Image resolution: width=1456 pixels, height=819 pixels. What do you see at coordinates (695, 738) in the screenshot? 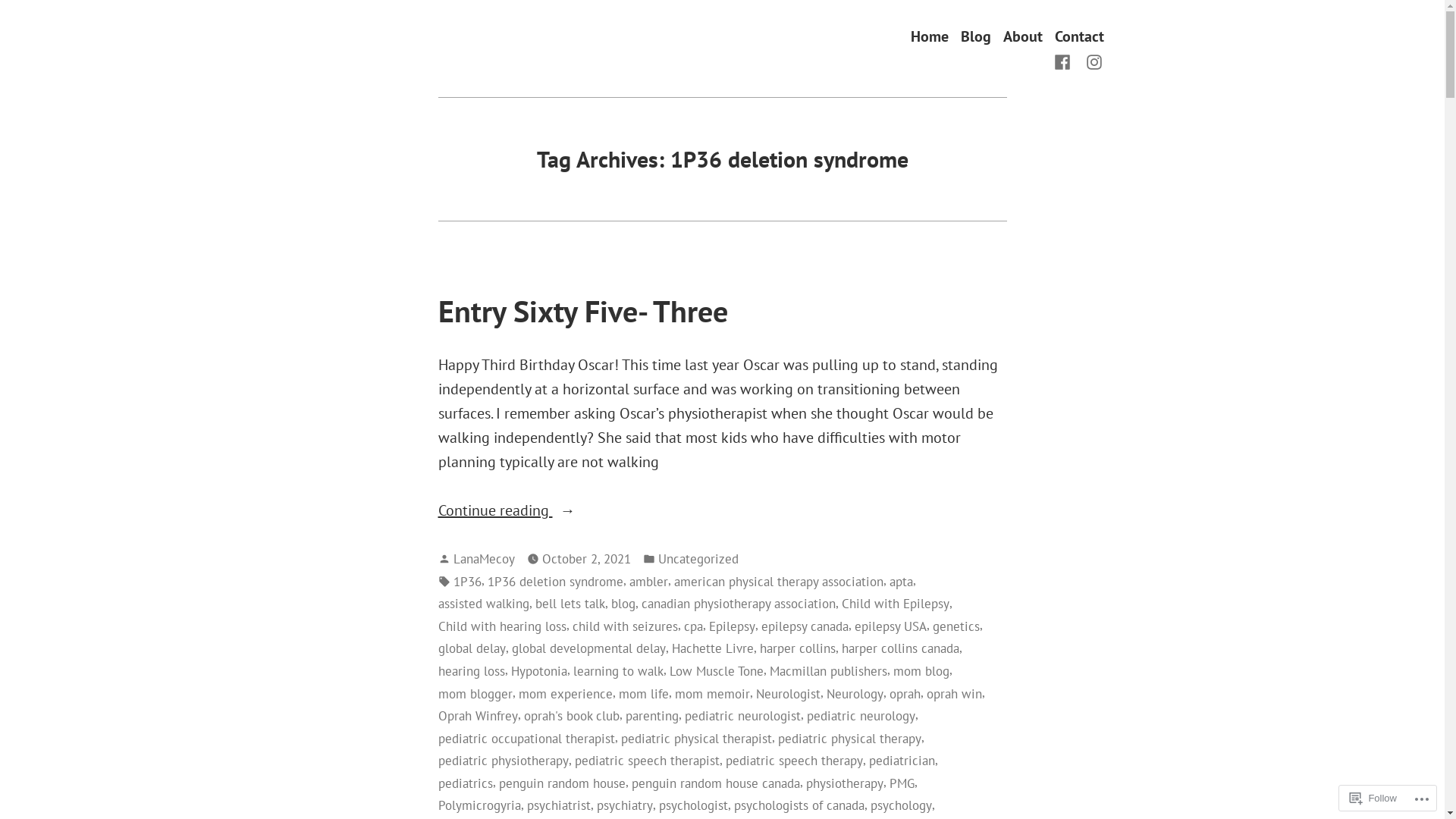
I see `'pediatric physical therapist'` at bounding box center [695, 738].